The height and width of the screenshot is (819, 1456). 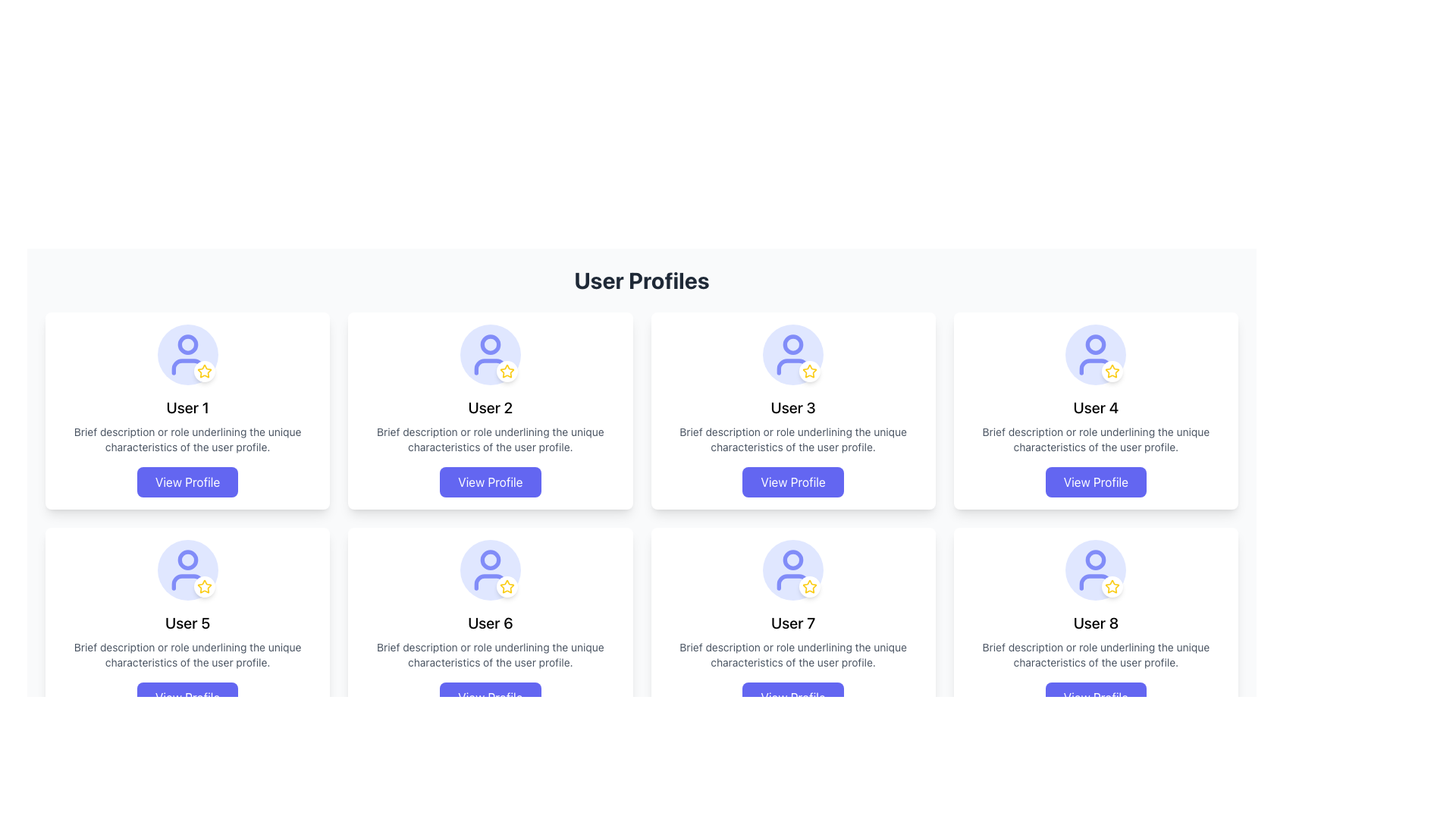 What do you see at coordinates (187, 354) in the screenshot?
I see `the circular indigo-themed user profile icon displaying a user figure and a yellow star, which is the first visual component for 'User 1' in the top-left position of the grid layout` at bounding box center [187, 354].